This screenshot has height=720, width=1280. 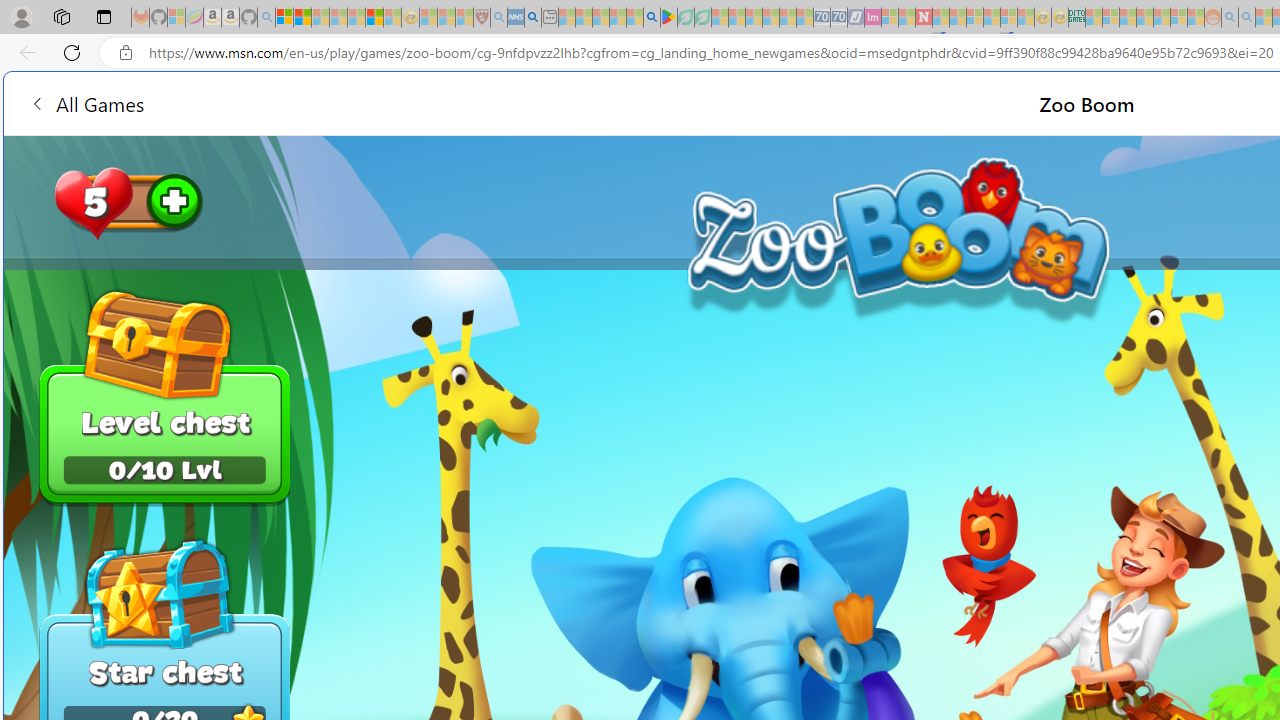 I want to click on 'All Games', so click(x=85, y=103).